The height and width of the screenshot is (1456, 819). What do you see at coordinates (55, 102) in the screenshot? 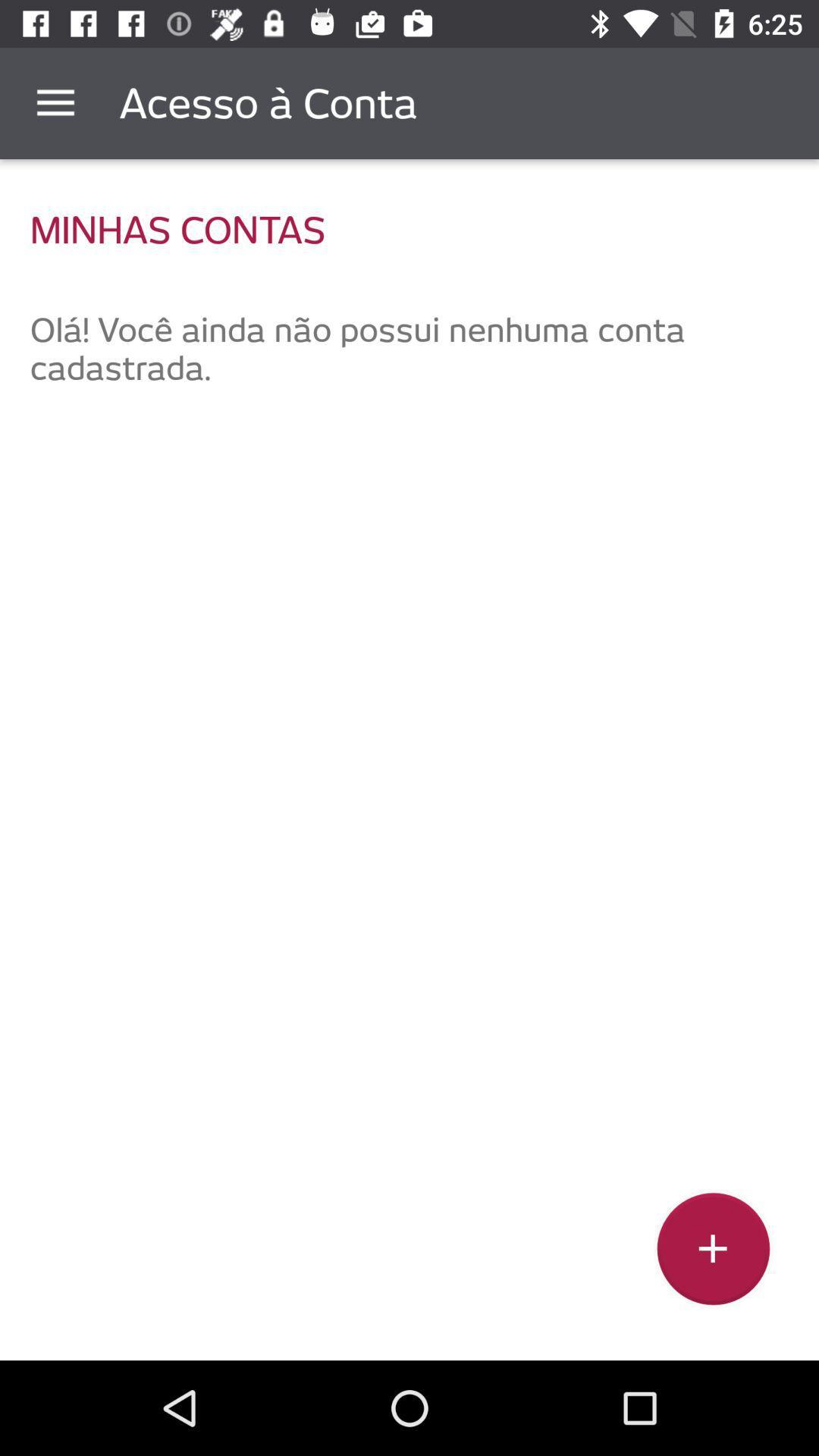
I see `item above minhas contas item` at bounding box center [55, 102].